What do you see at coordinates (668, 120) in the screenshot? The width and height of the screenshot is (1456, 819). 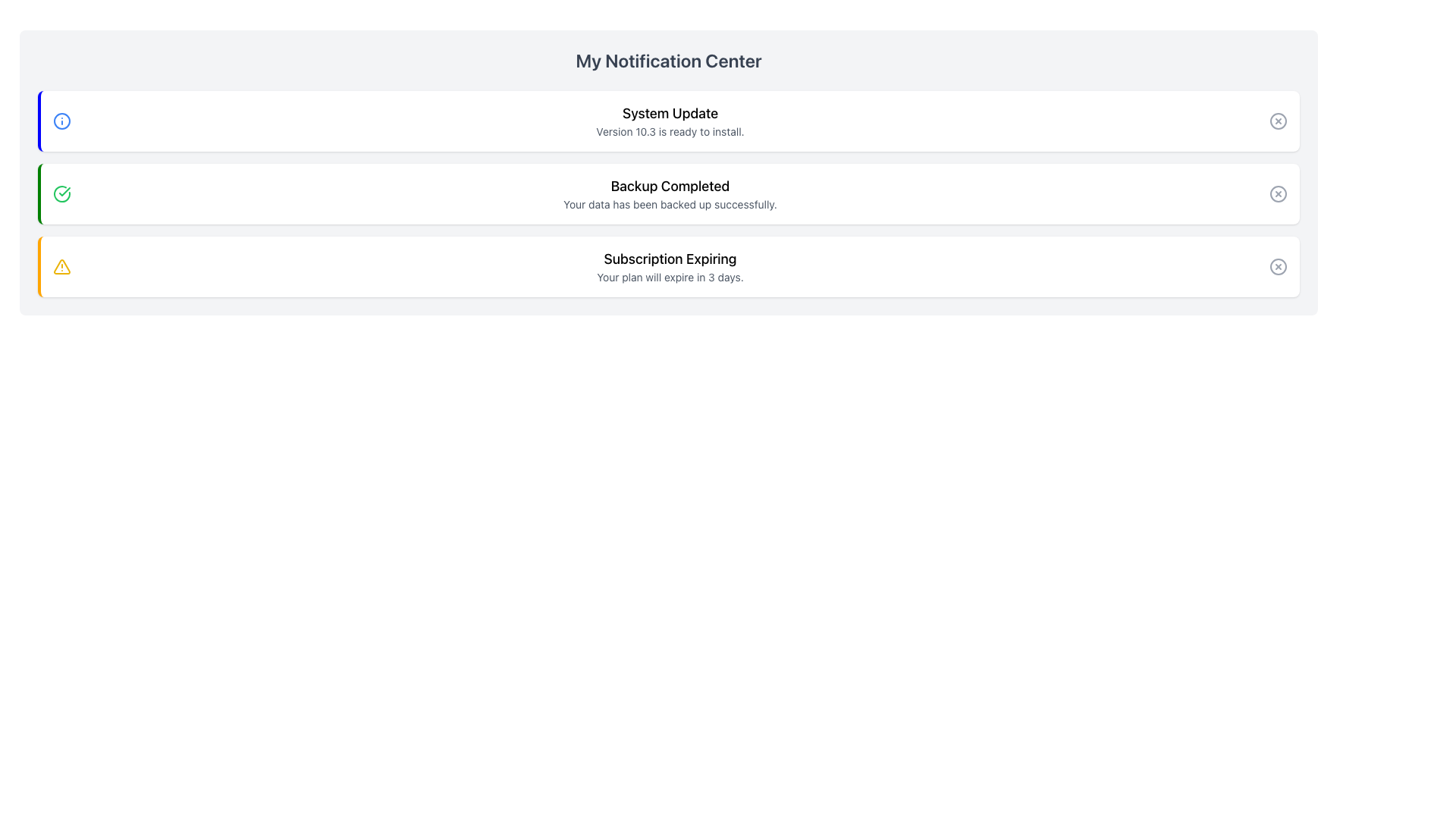 I see `the 'System Update' notification by clicking on the notification box with a blue left border that displays the title 'System Update'` at bounding box center [668, 120].